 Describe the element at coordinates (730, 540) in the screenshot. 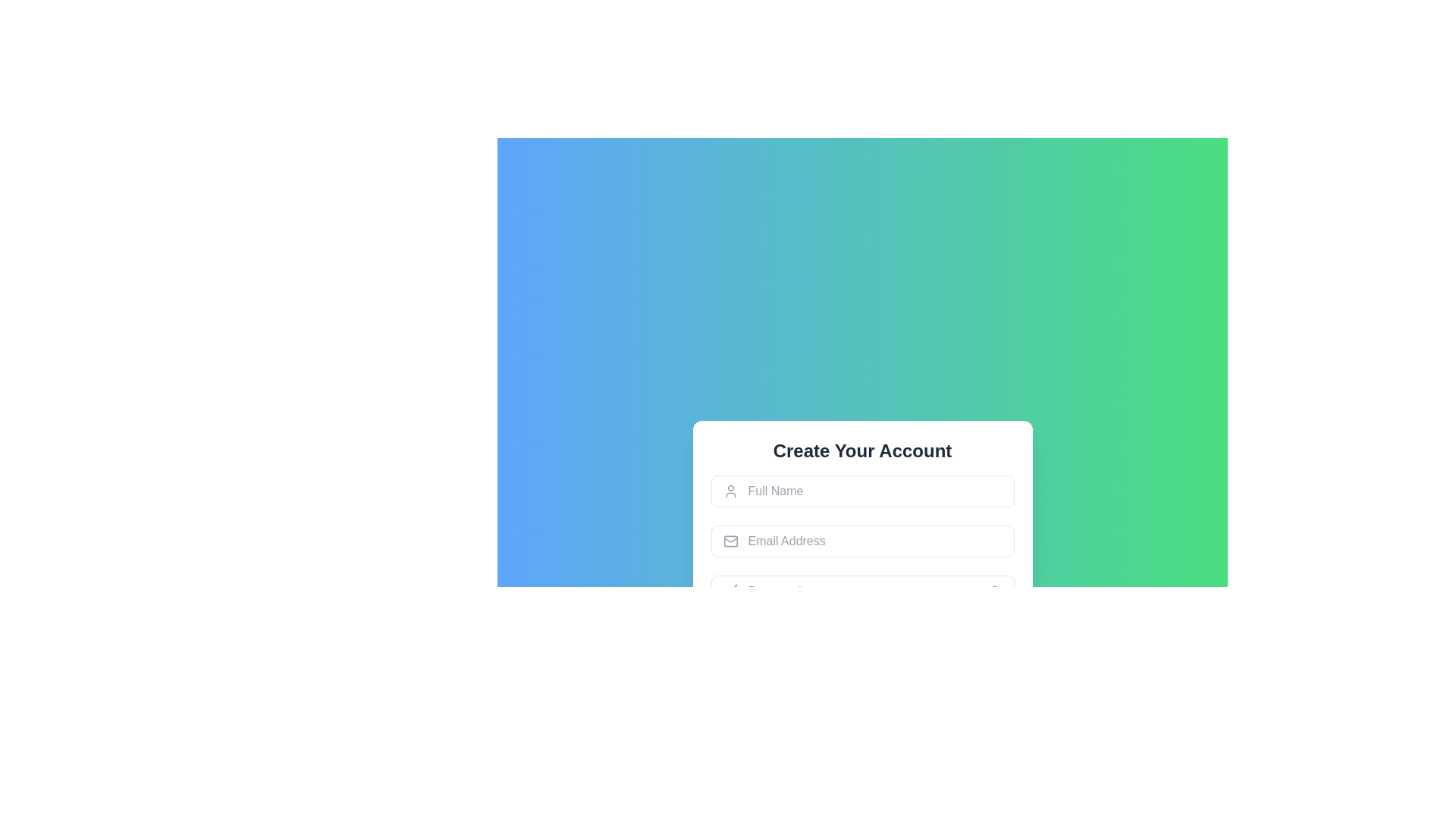

I see `the small envelope-like icon with a gray outline located to the left of the Email Address input field` at that location.